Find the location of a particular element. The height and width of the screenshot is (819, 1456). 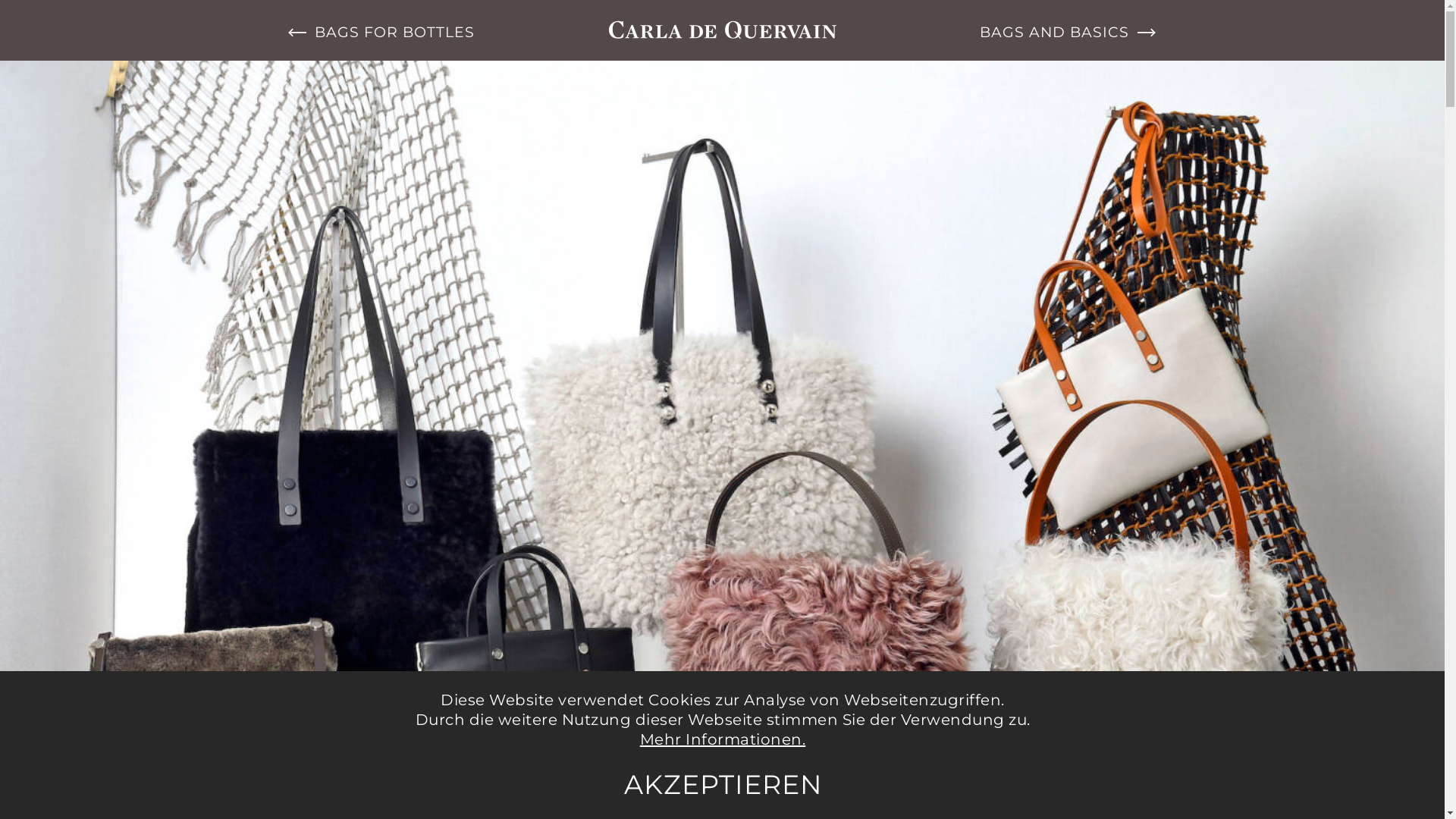

'arrow-nav-left-black BAGS FOR BOTTLES' is located at coordinates (394, 32).